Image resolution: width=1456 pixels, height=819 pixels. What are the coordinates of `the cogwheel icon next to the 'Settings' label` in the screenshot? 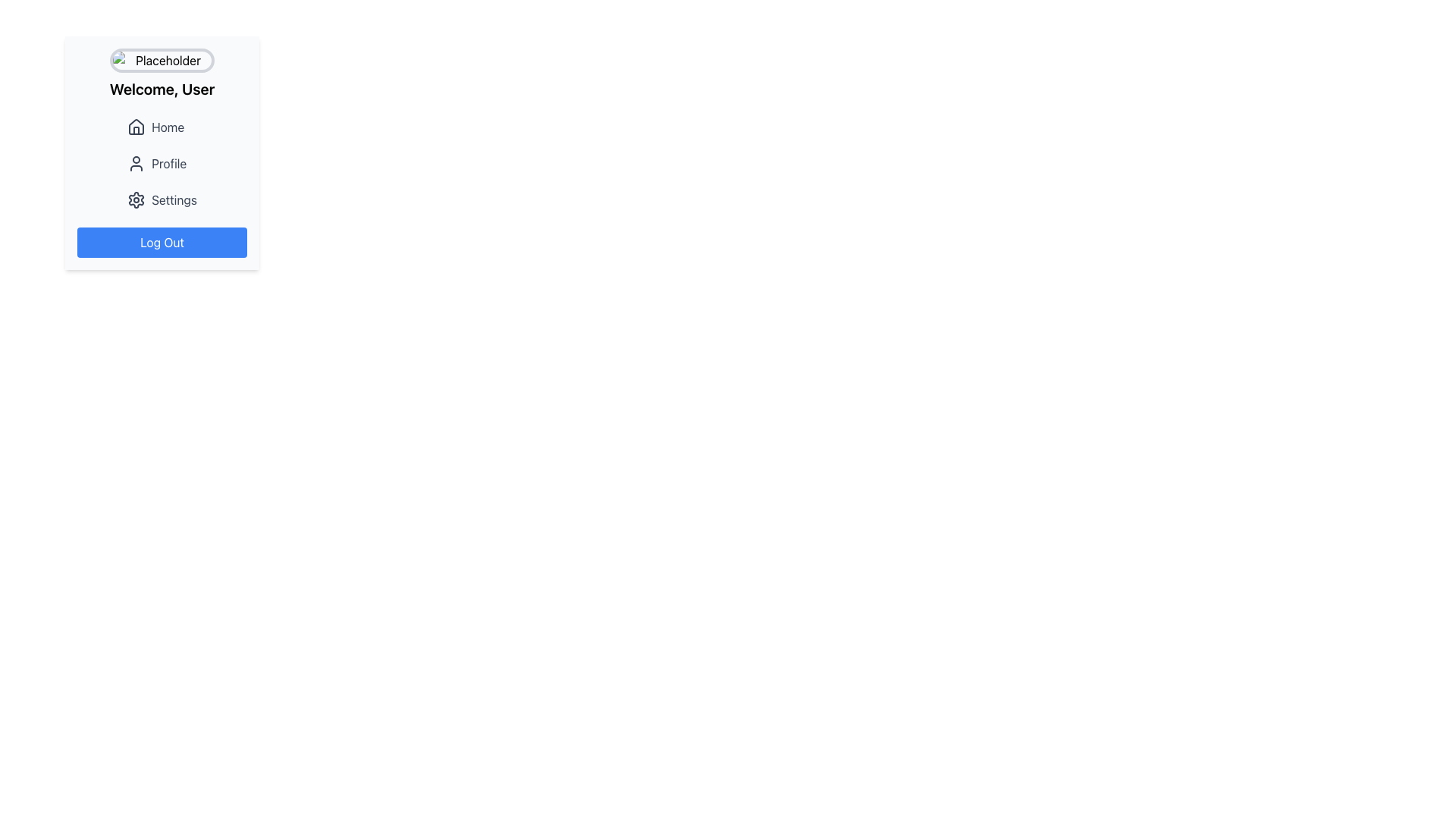 It's located at (136, 199).